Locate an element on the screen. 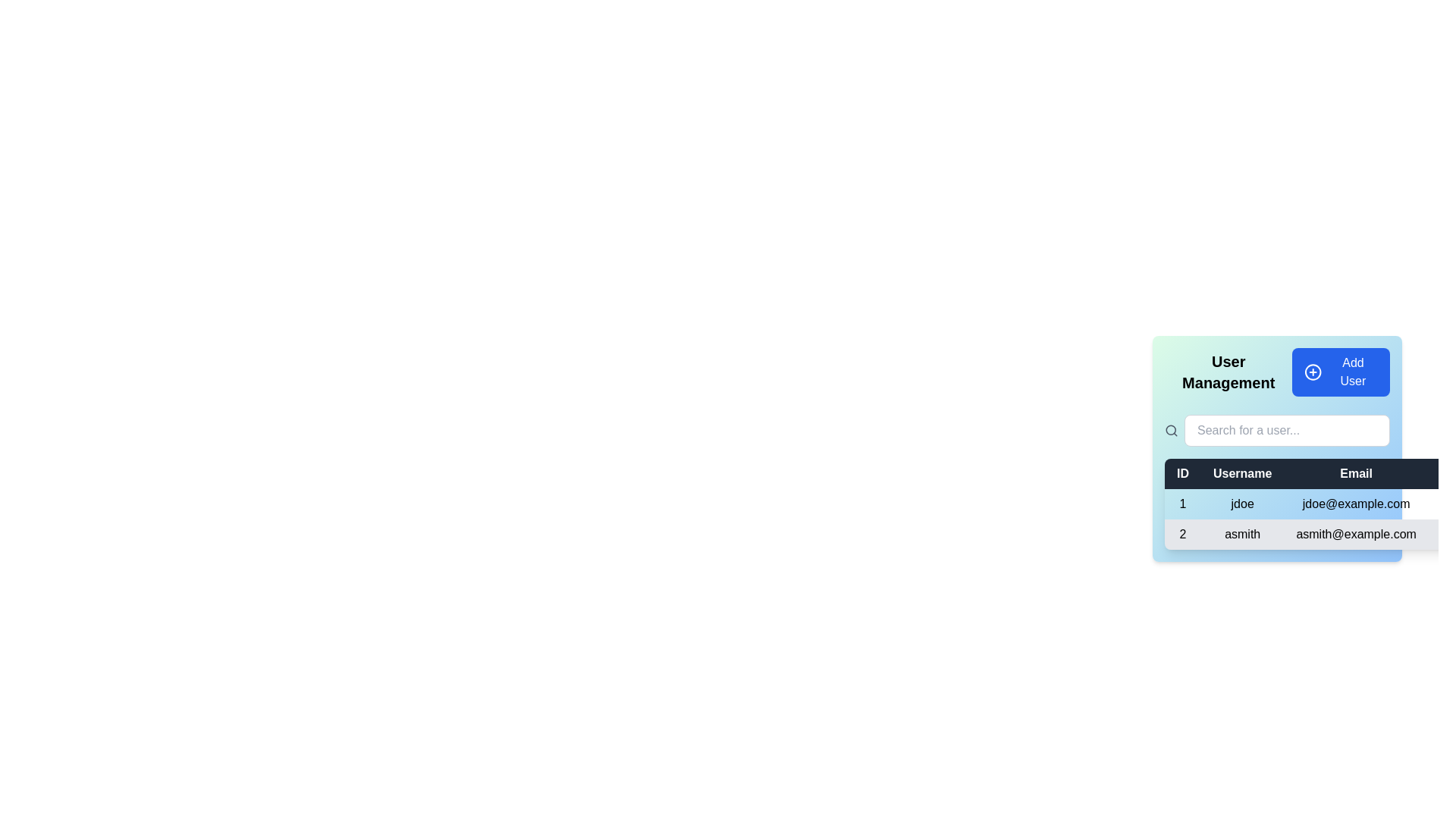 The width and height of the screenshot is (1456, 819). the Text label displaying the username 'jdoe' in the second column of the row with ID '1' in the user management table is located at coordinates (1242, 504).